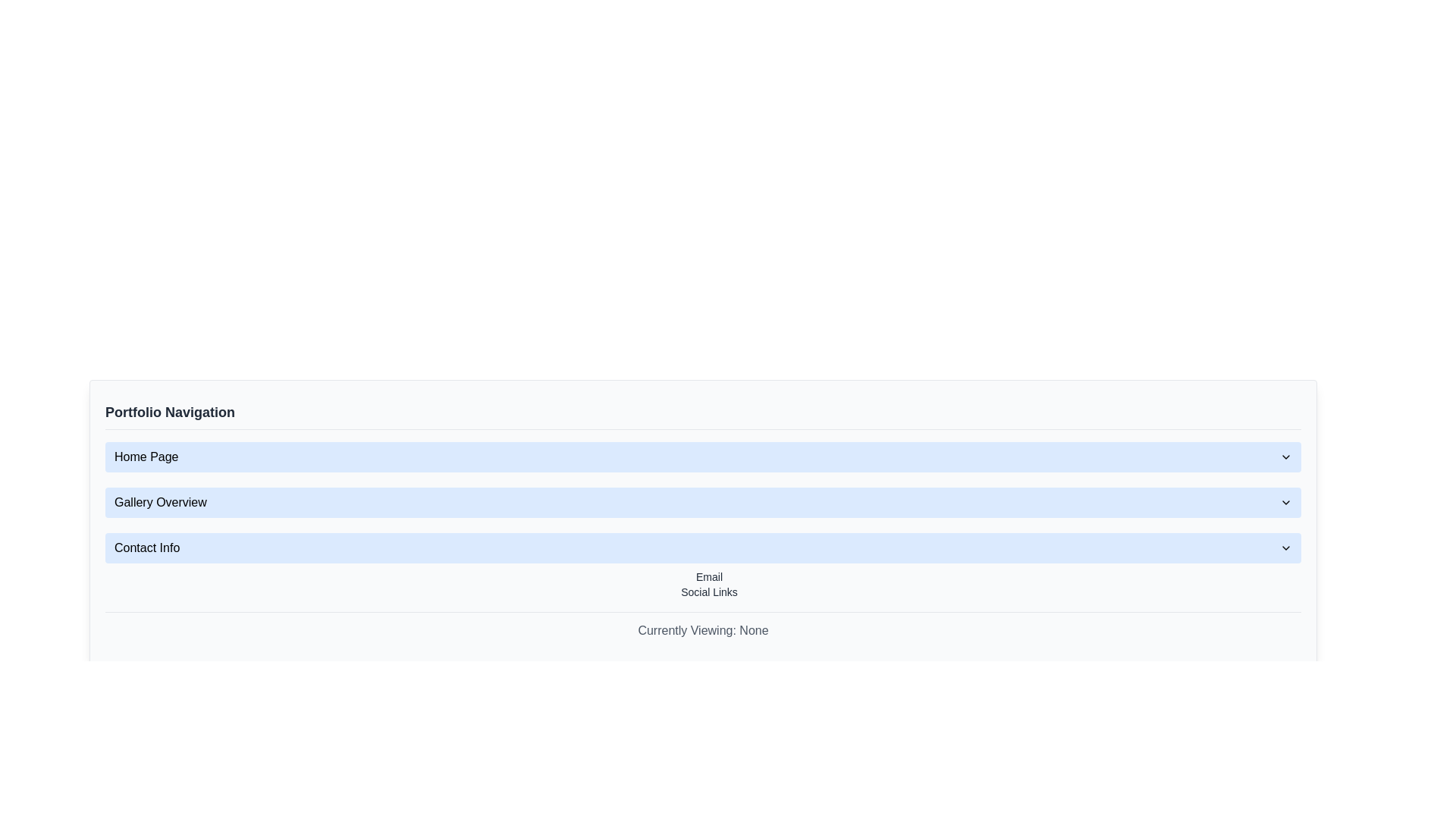 The height and width of the screenshot is (819, 1456). What do you see at coordinates (702, 566) in the screenshot?
I see `the 'Email' link within the Collapsible Section under 'Portfolio Navigation'` at bounding box center [702, 566].